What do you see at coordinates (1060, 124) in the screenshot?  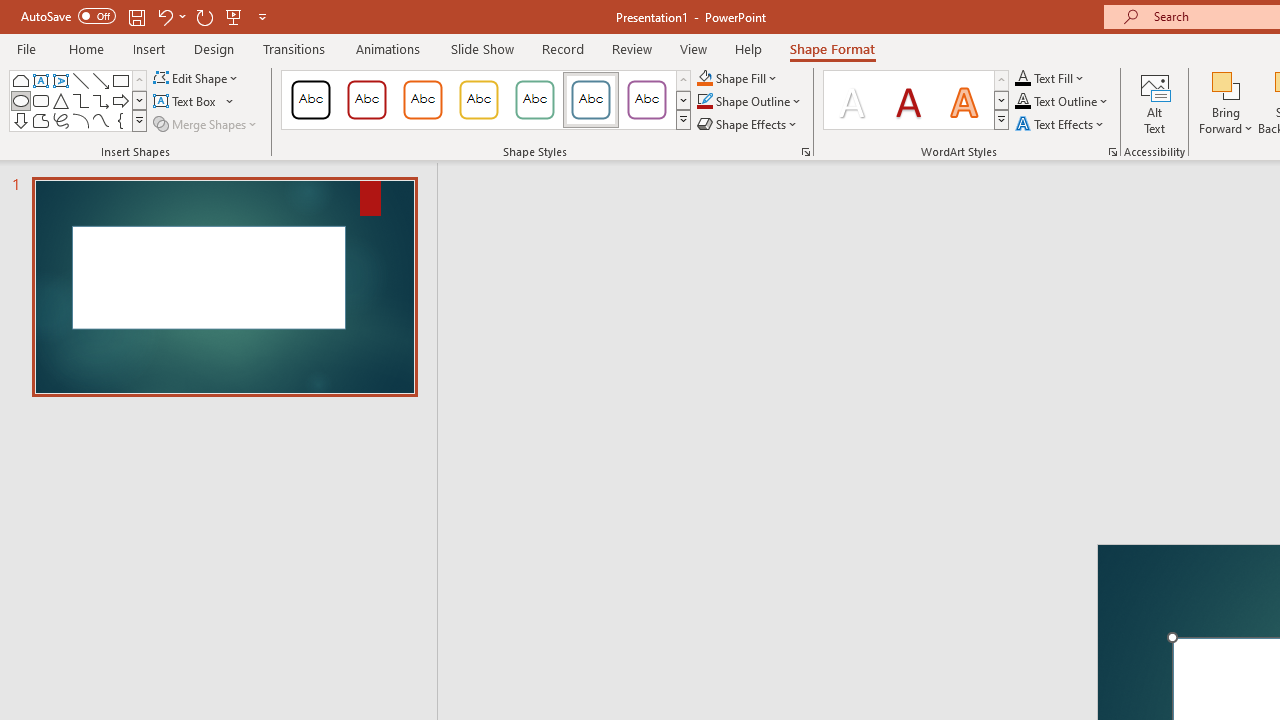 I see `'Text Effects'` at bounding box center [1060, 124].